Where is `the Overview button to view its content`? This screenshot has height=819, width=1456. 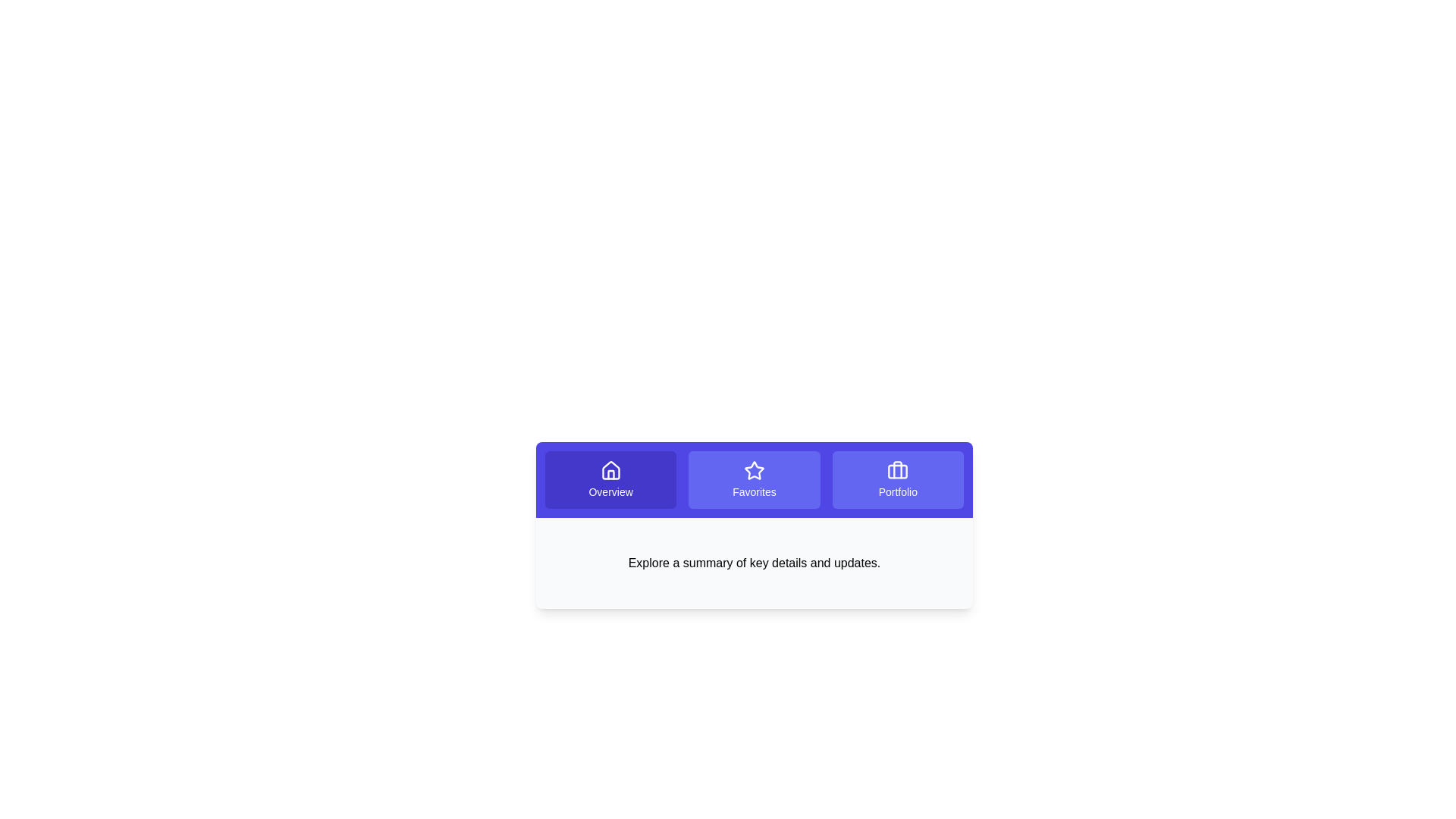 the Overview button to view its content is located at coordinates (610, 479).